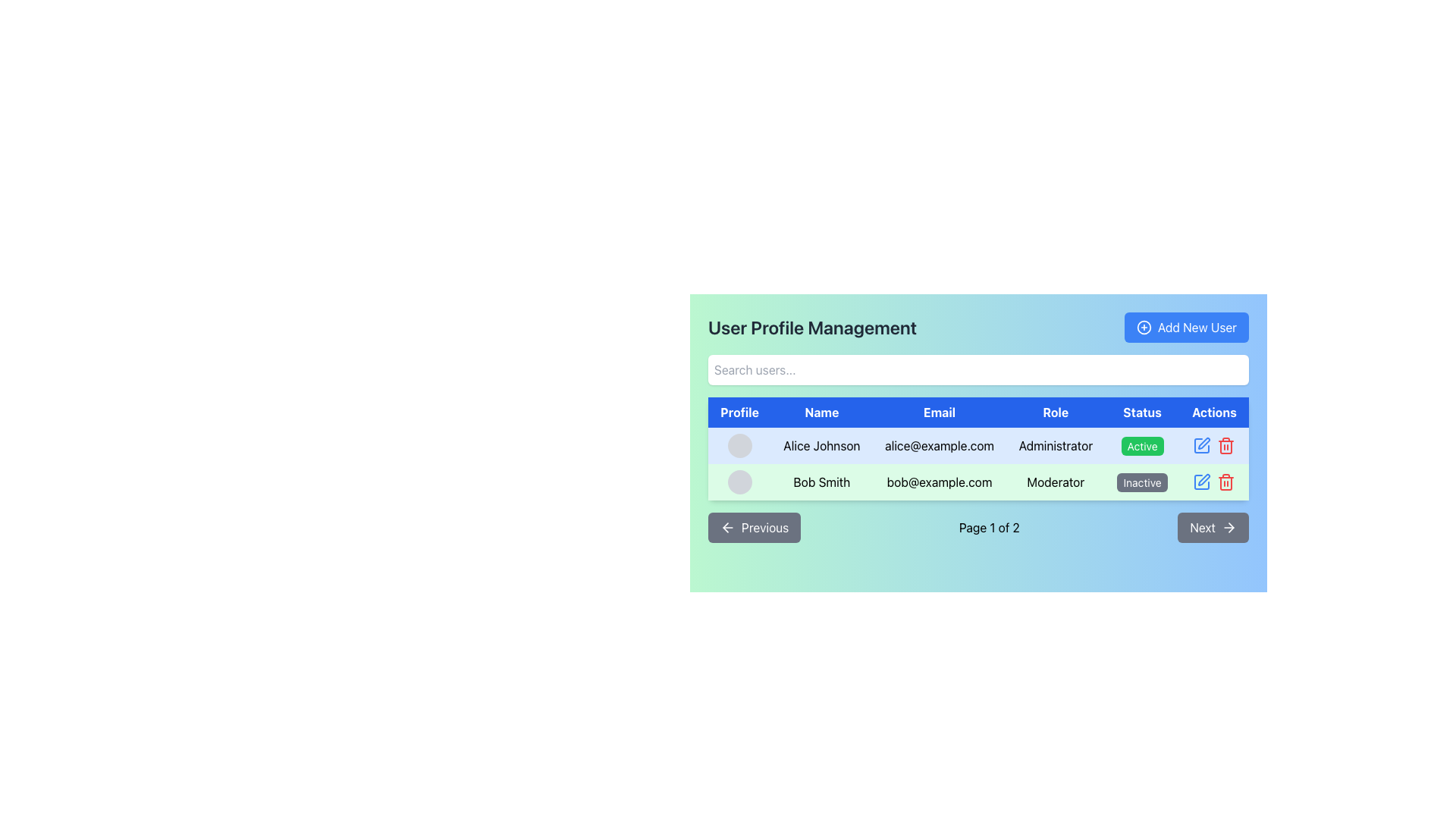 The width and height of the screenshot is (1456, 819). What do you see at coordinates (821, 412) in the screenshot?
I see `the 'Name' header label in the data table, which is the second item in the header row located between the 'Profile' and 'Email' columns` at bounding box center [821, 412].